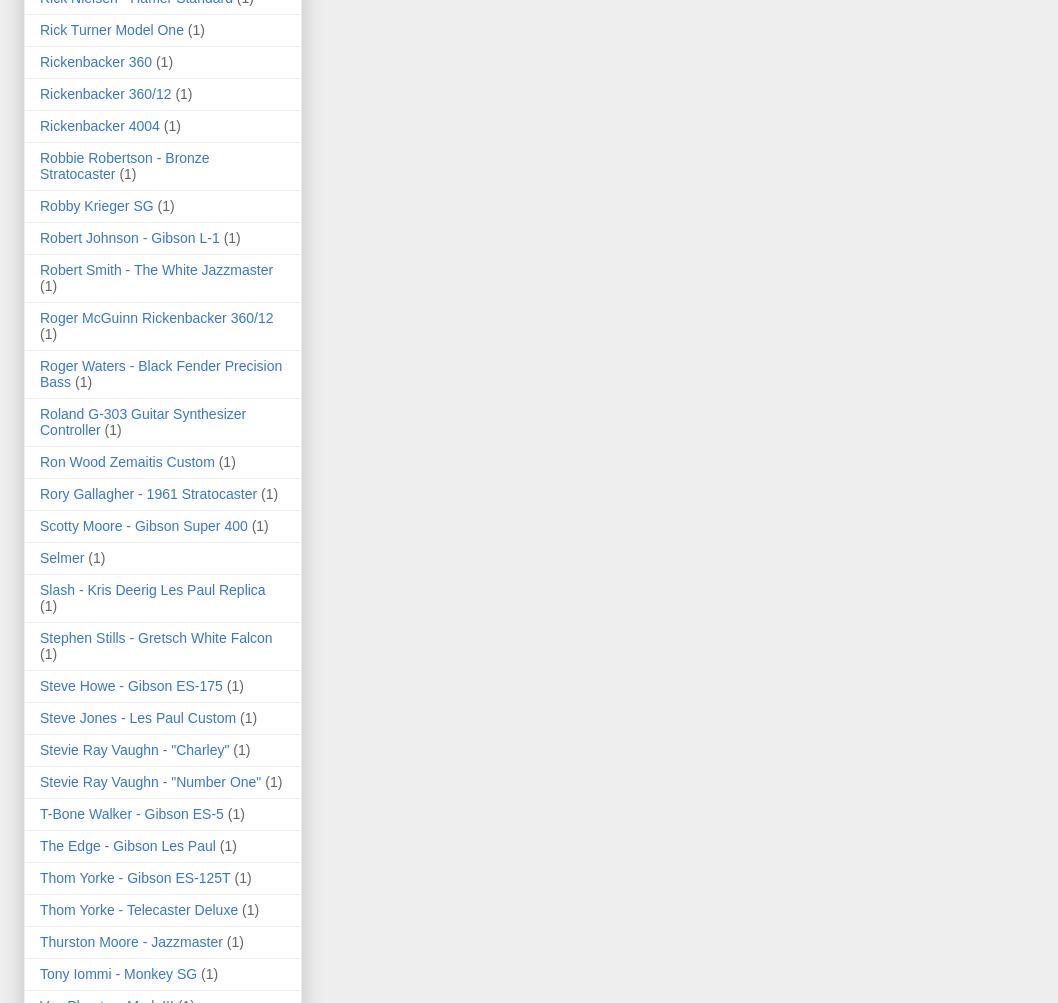 The height and width of the screenshot is (1003, 1058). What do you see at coordinates (129, 940) in the screenshot?
I see `'Thurston Moore - Jazzmaster'` at bounding box center [129, 940].